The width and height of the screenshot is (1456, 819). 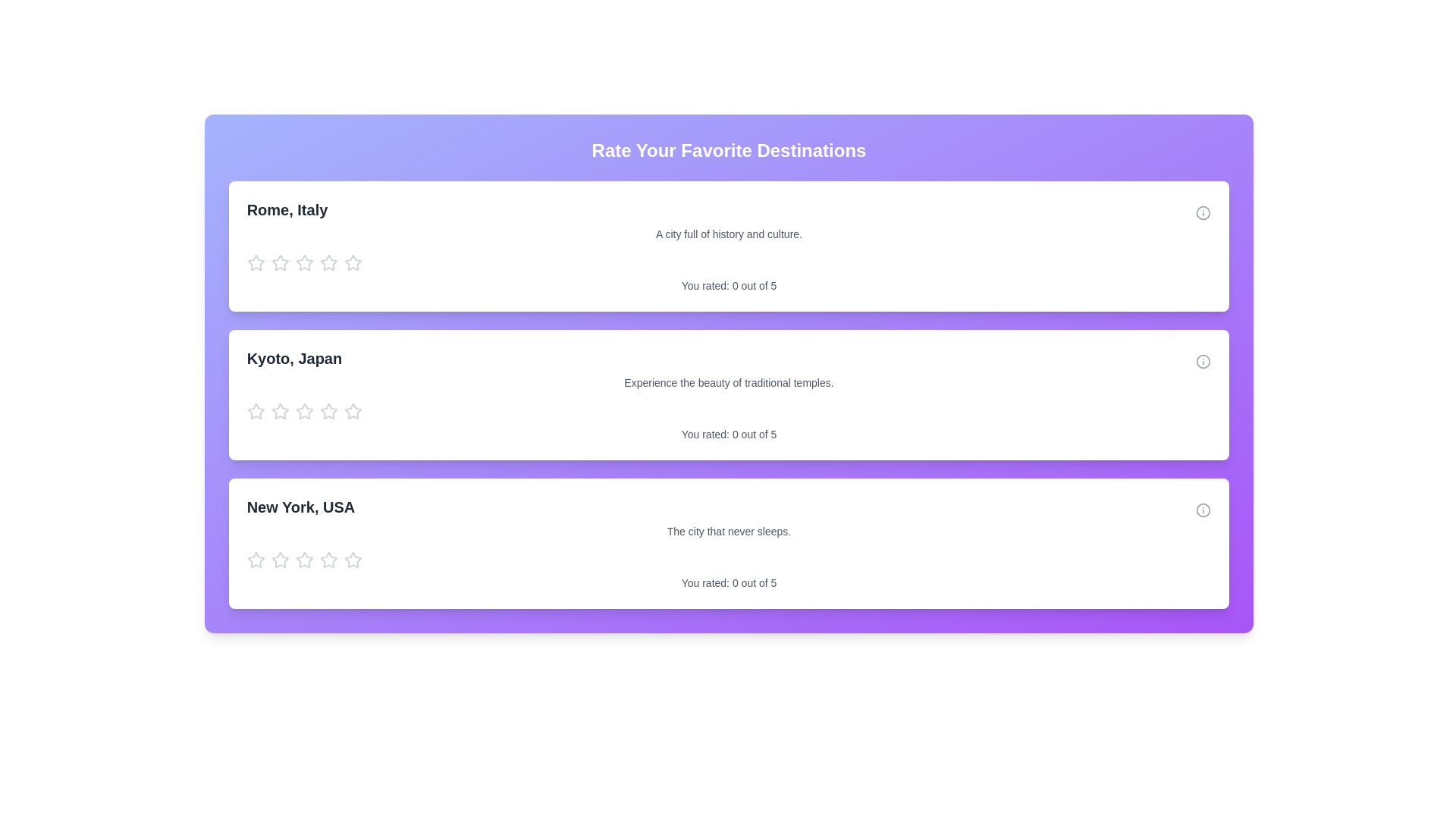 What do you see at coordinates (303, 411) in the screenshot?
I see `the second star-shaped rating icon with a hollow outline and gray color under the entry for 'Kyoto, Japan'` at bounding box center [303, 411].